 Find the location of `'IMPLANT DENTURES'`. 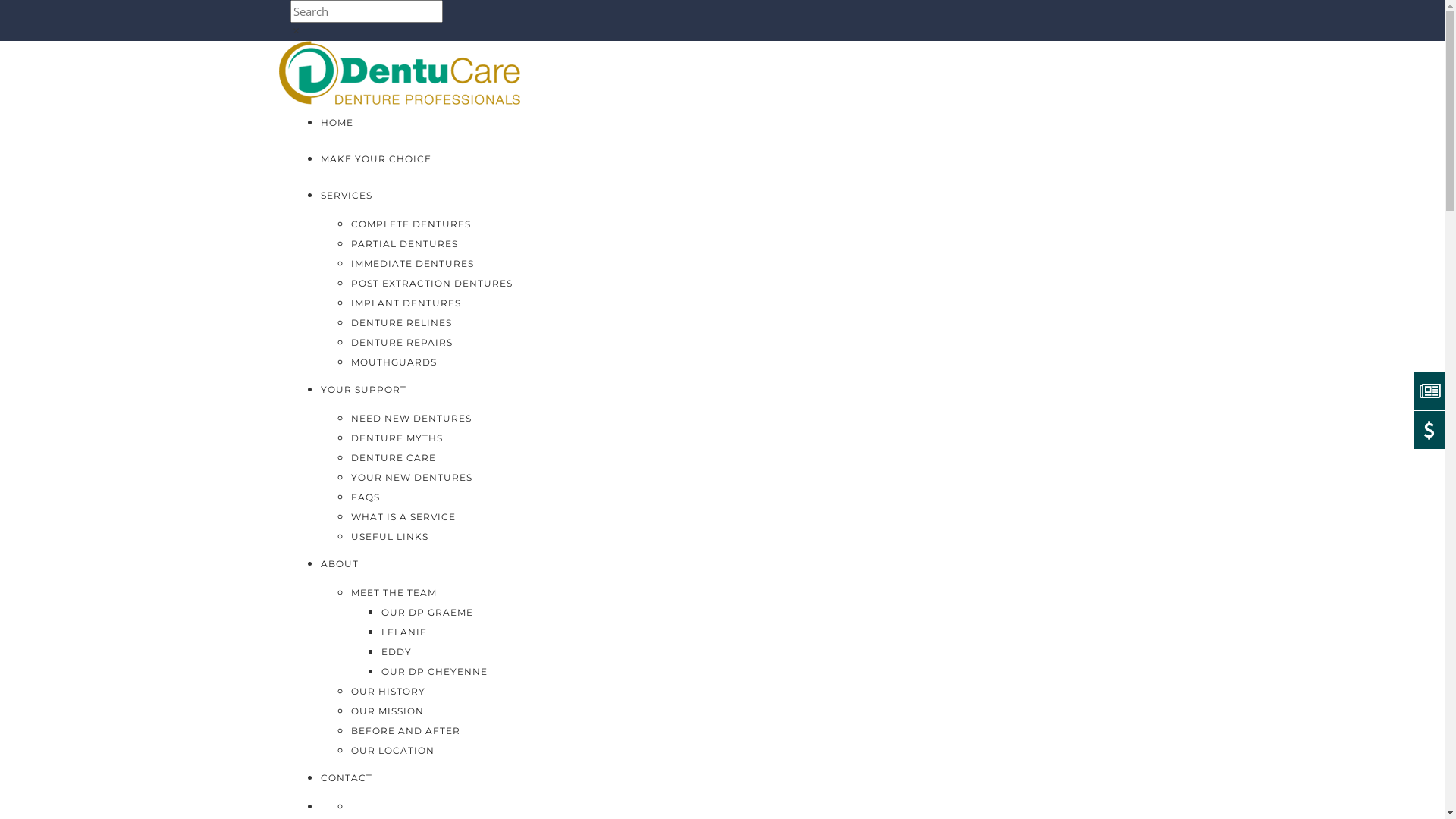

'IMPLANT DENTURES' is located at coordinates (405, 303).